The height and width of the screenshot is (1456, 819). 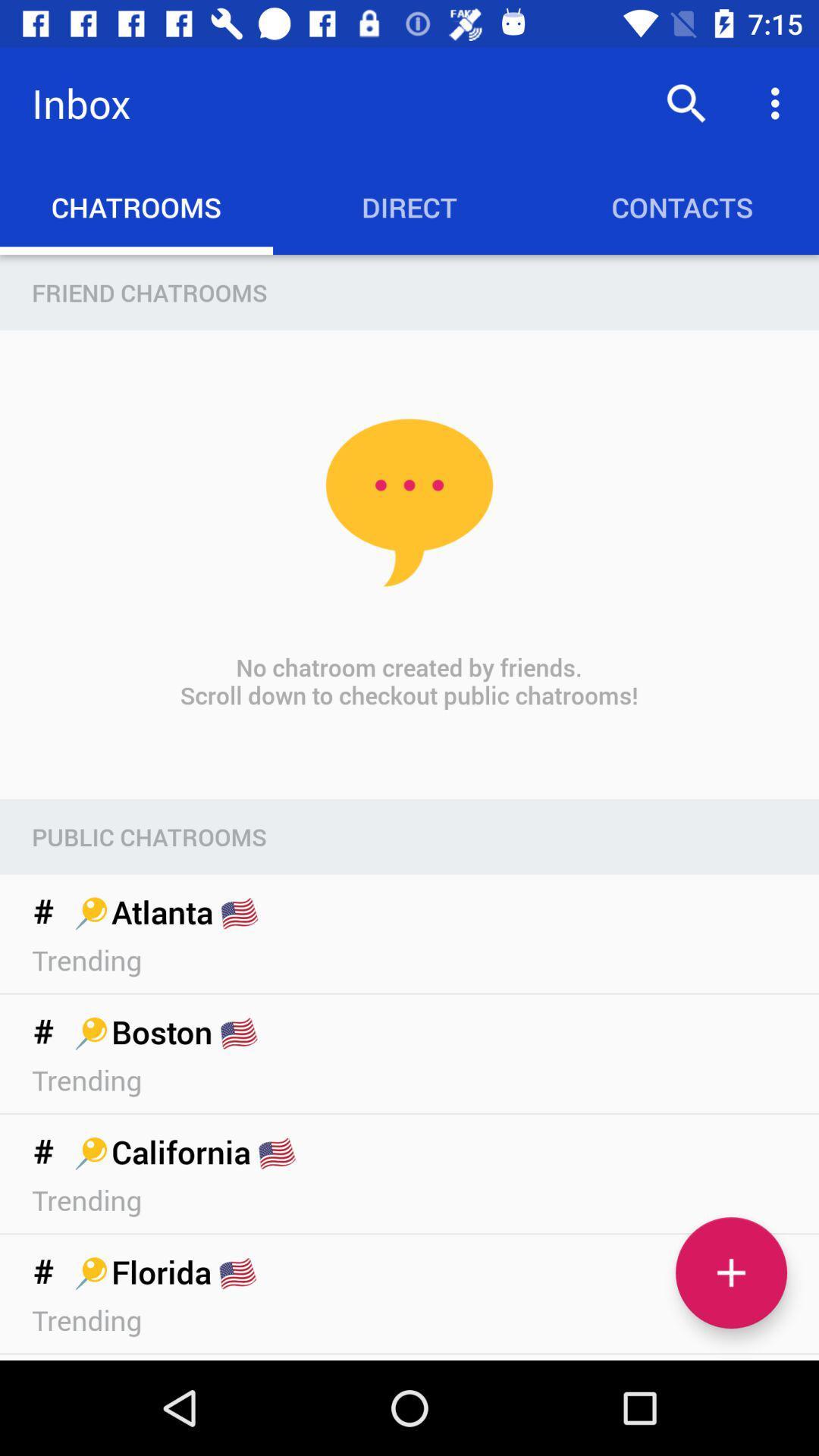 What do you see at coordinates (730, 1272) in the screenshot?
I see `the icon below the trending` at bounding box center [730, 1272].